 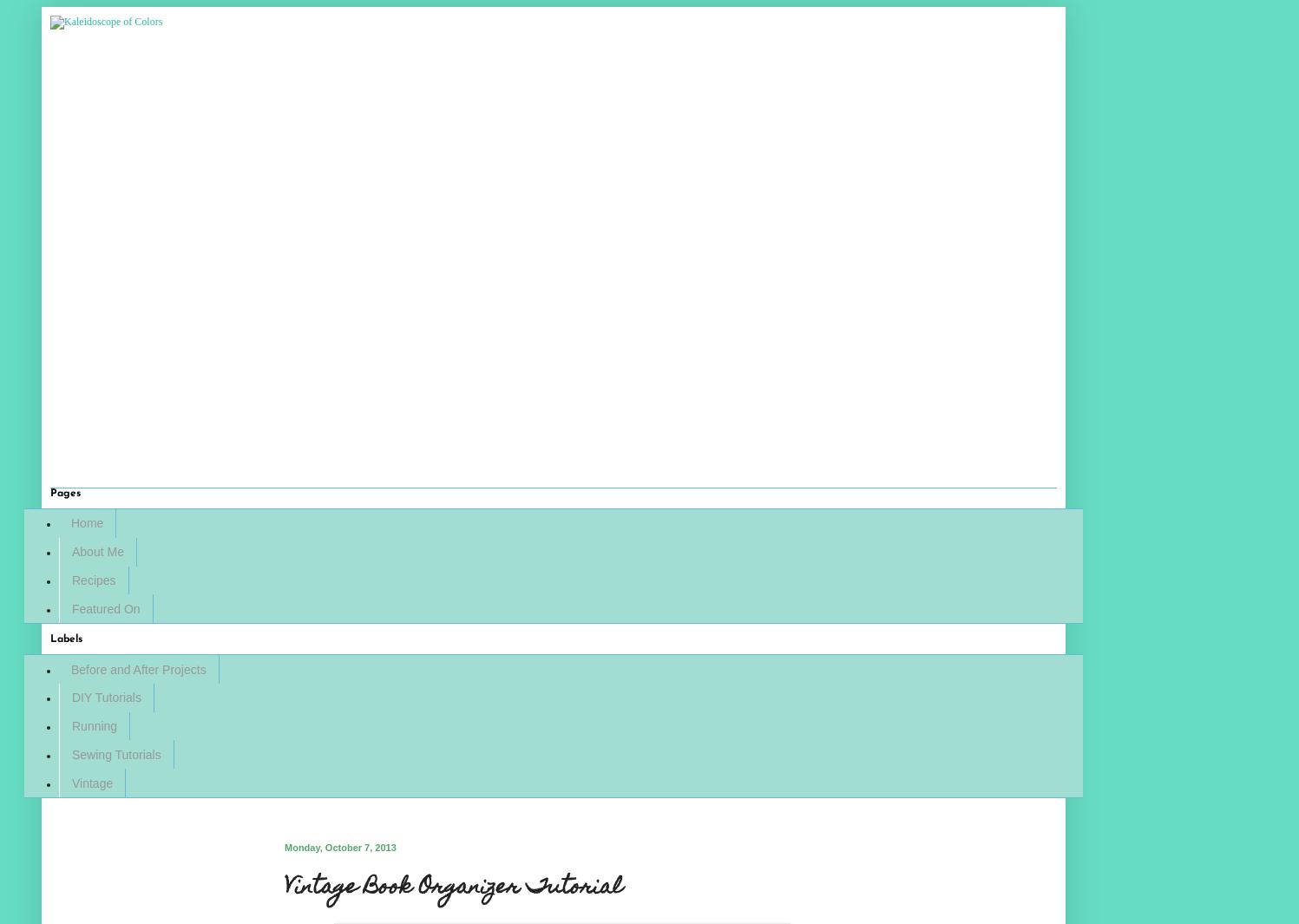 What do you see at coordinates (105, 697) in the screenshot?
I see `'DIY Tutorials'` at bounding box center [105, 697].